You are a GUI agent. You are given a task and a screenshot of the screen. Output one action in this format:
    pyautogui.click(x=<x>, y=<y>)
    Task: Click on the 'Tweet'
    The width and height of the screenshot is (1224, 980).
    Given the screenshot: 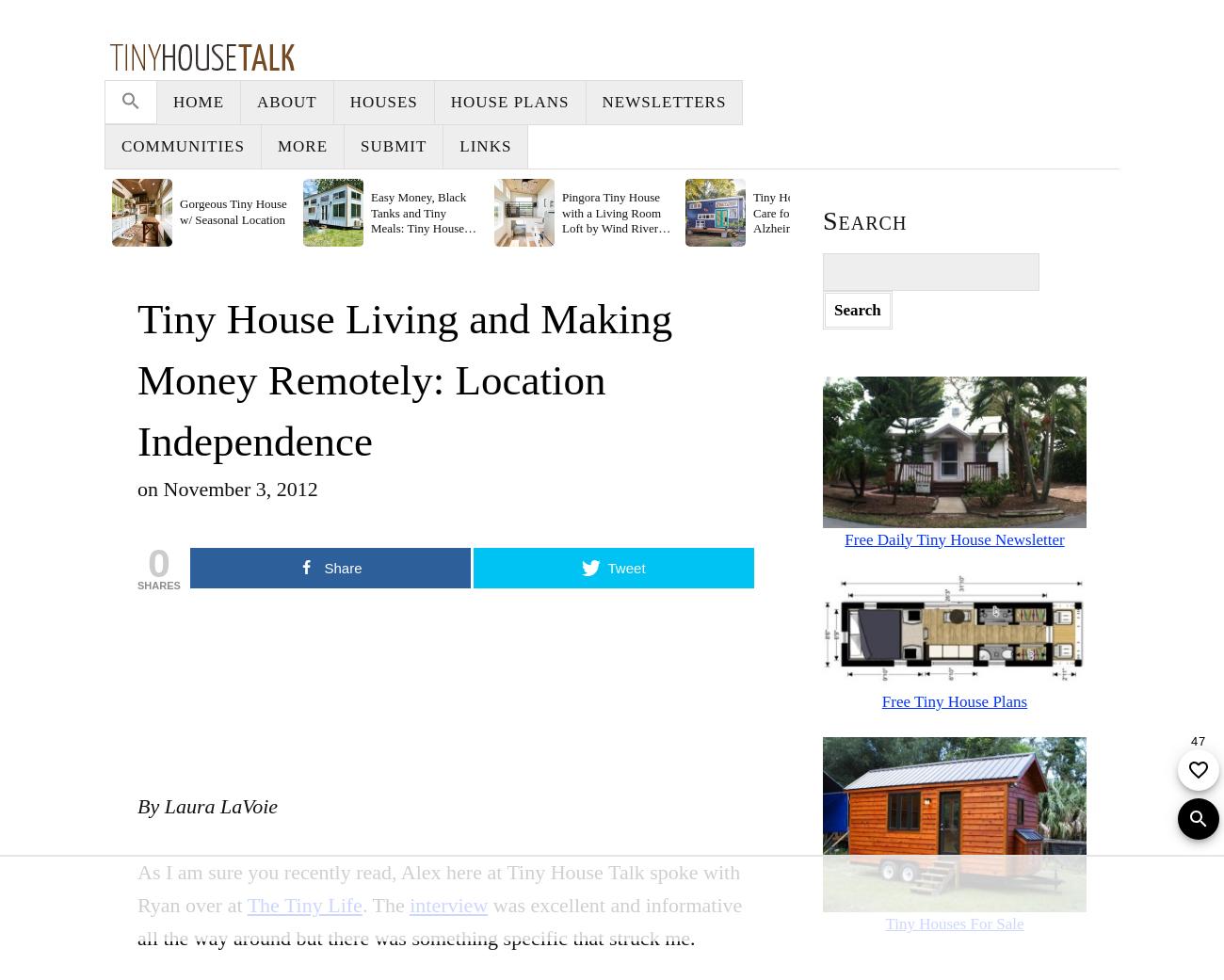 What is the action you would take?
    pyautogui.click(x=624, y=568)
    